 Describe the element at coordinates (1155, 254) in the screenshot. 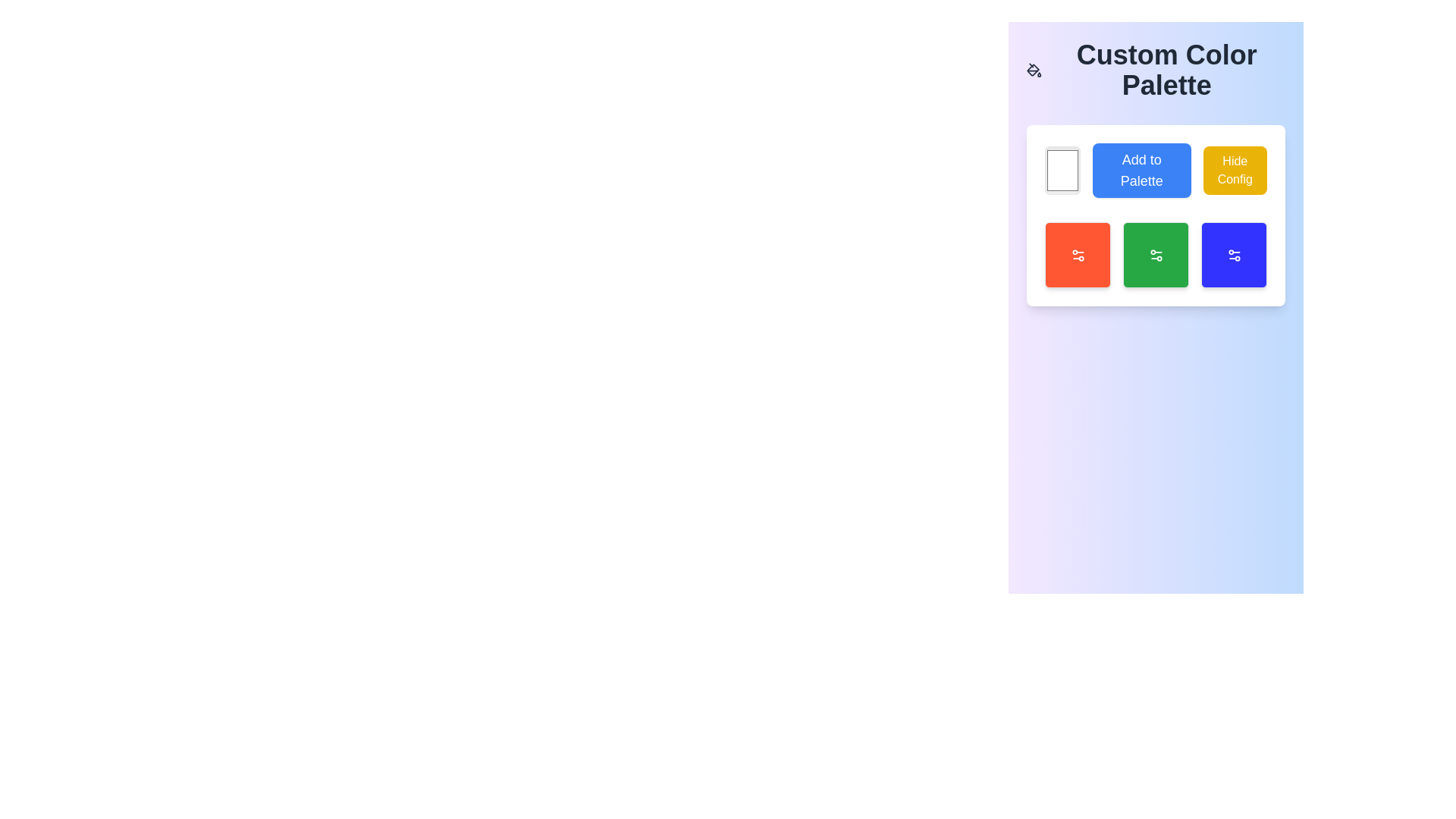

I see `the middle button in the bottom row of square-shaped icons` at that location.